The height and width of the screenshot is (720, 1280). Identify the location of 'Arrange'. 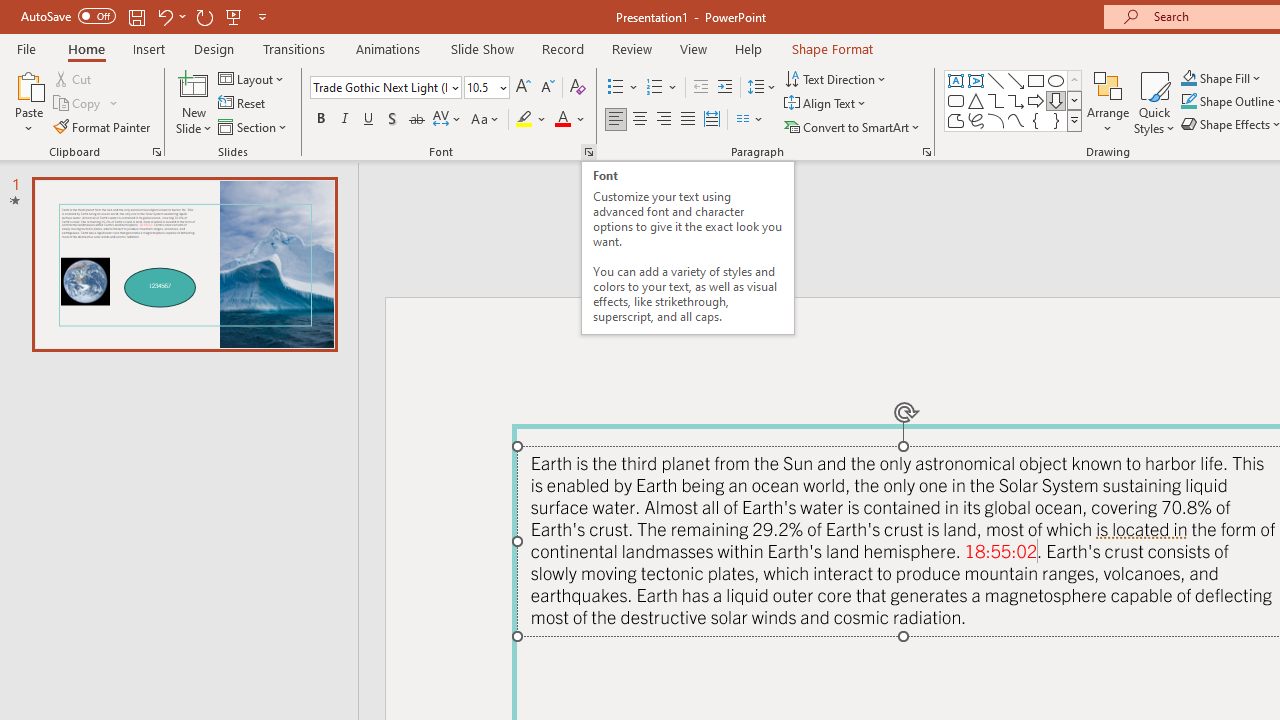
(1107, 103).